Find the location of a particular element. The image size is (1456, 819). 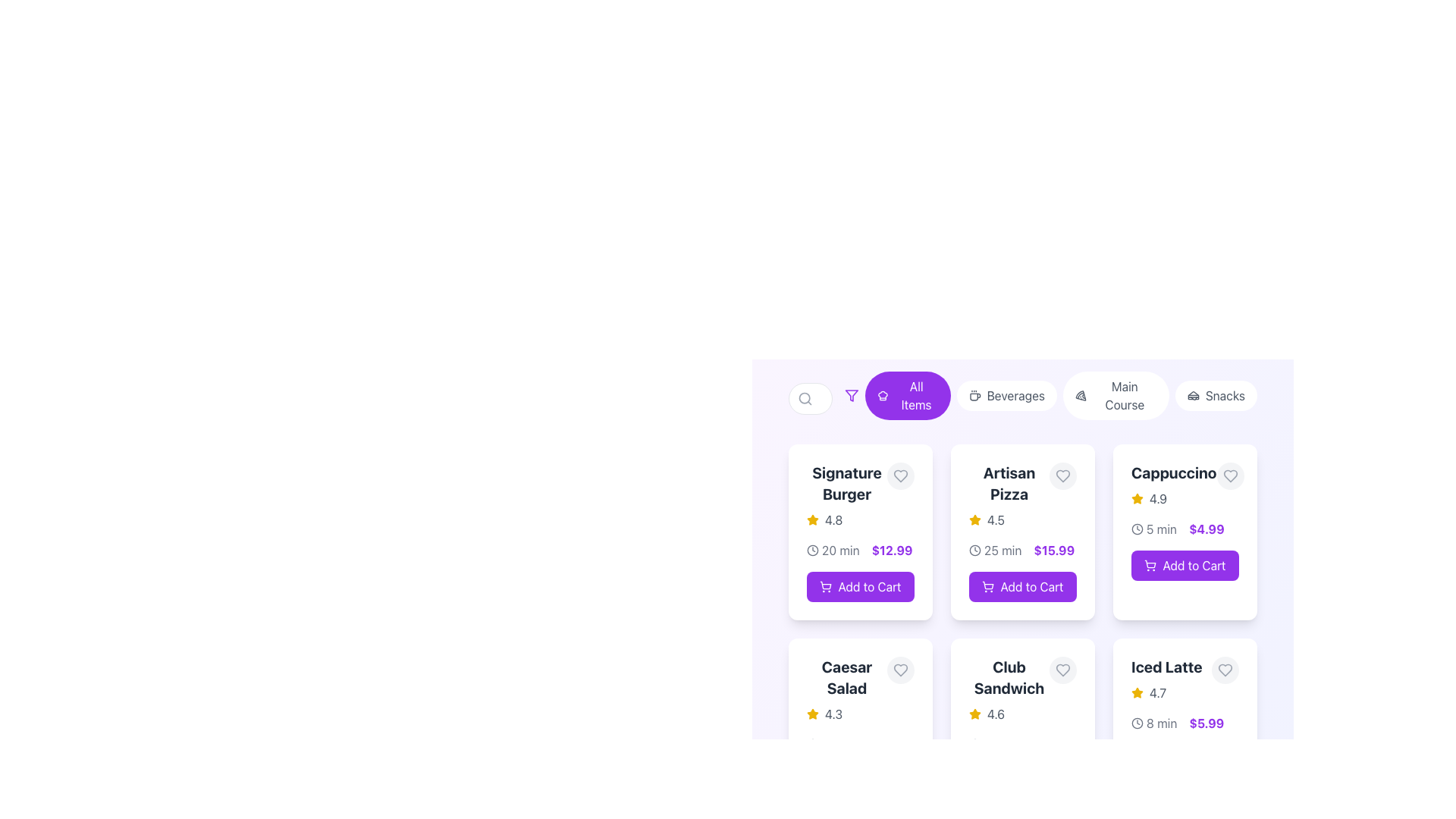

the 'Iced Latte' product card located in the lower-right corner of the grid layout to gather information and add it to the cart is located at coordinates (1185, 725).